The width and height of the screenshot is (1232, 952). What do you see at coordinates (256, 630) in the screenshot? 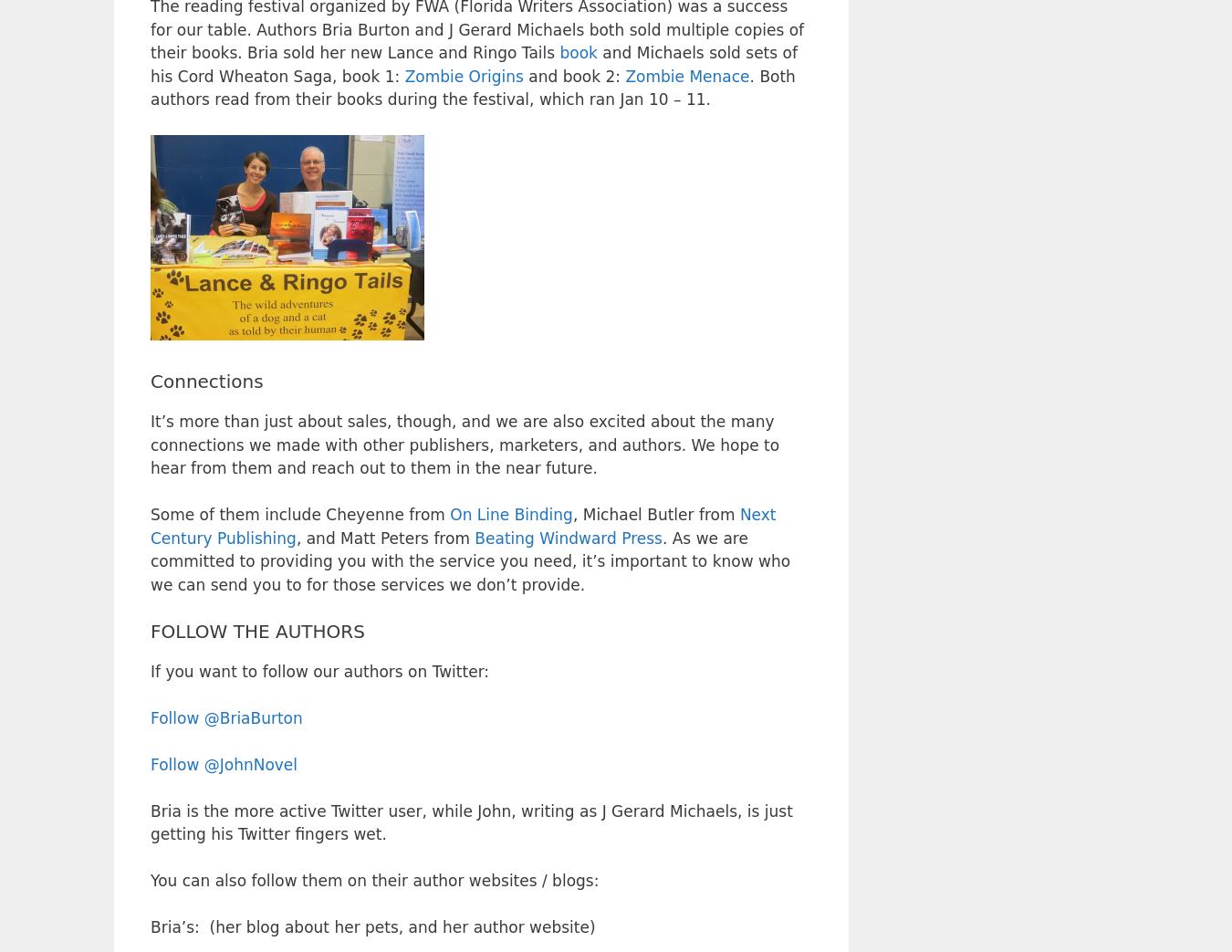
I see `'FOLLOW THE AUTHORS'` at bounding box center [256, 630].